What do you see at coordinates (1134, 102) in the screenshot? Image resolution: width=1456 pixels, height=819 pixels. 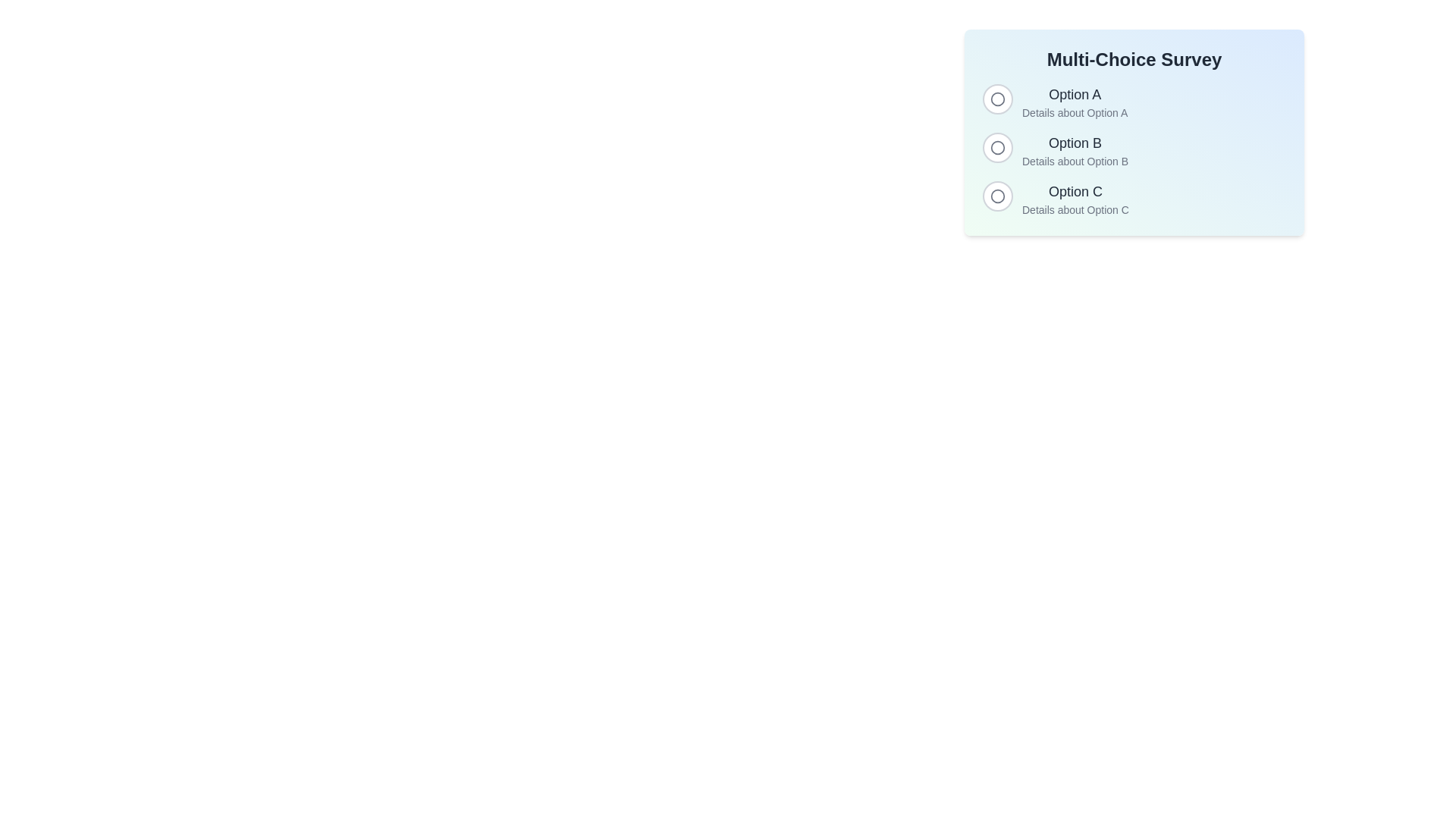 I see `the radio button` at bounding box center [1134, 102].